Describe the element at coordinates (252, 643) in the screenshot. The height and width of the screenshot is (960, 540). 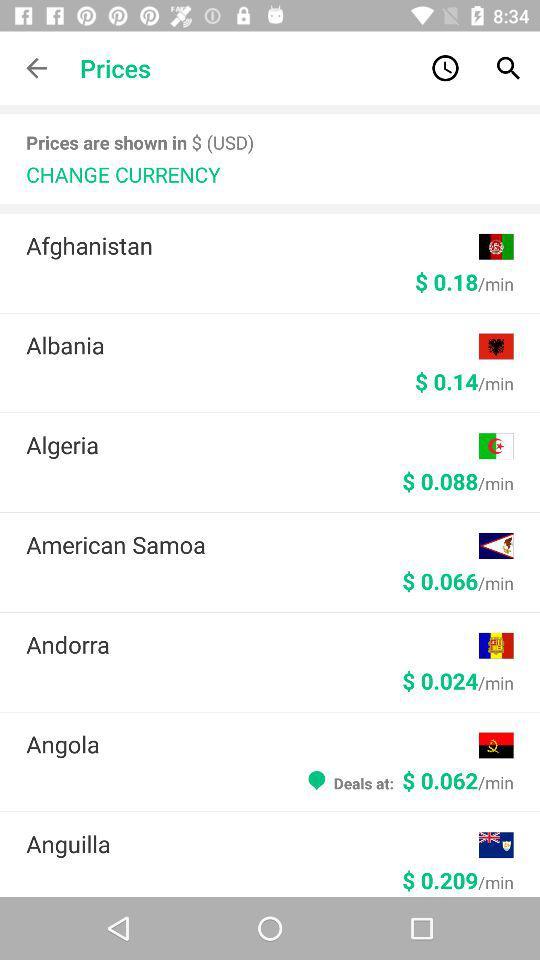
I see `andorra` at that location.